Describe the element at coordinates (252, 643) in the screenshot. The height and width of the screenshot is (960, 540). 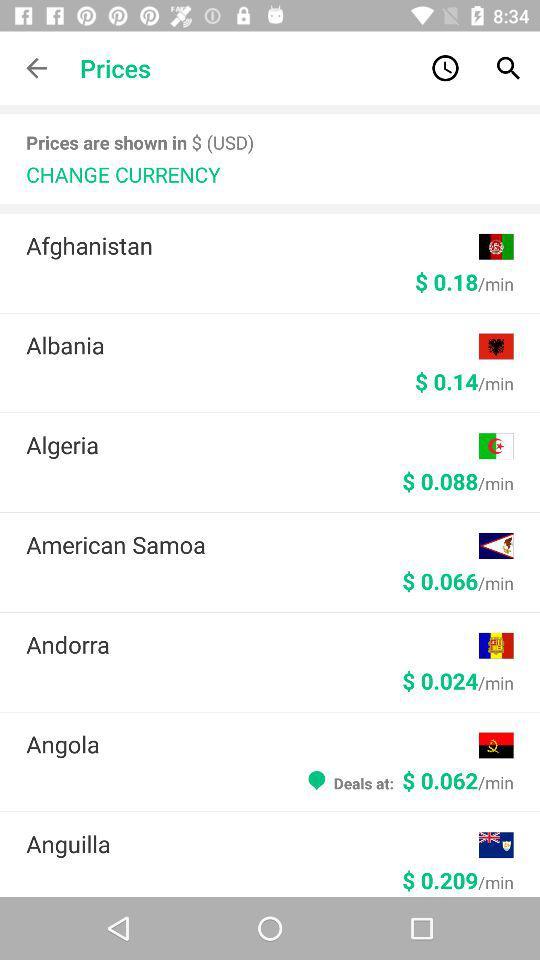
I see `andorra` at that location.